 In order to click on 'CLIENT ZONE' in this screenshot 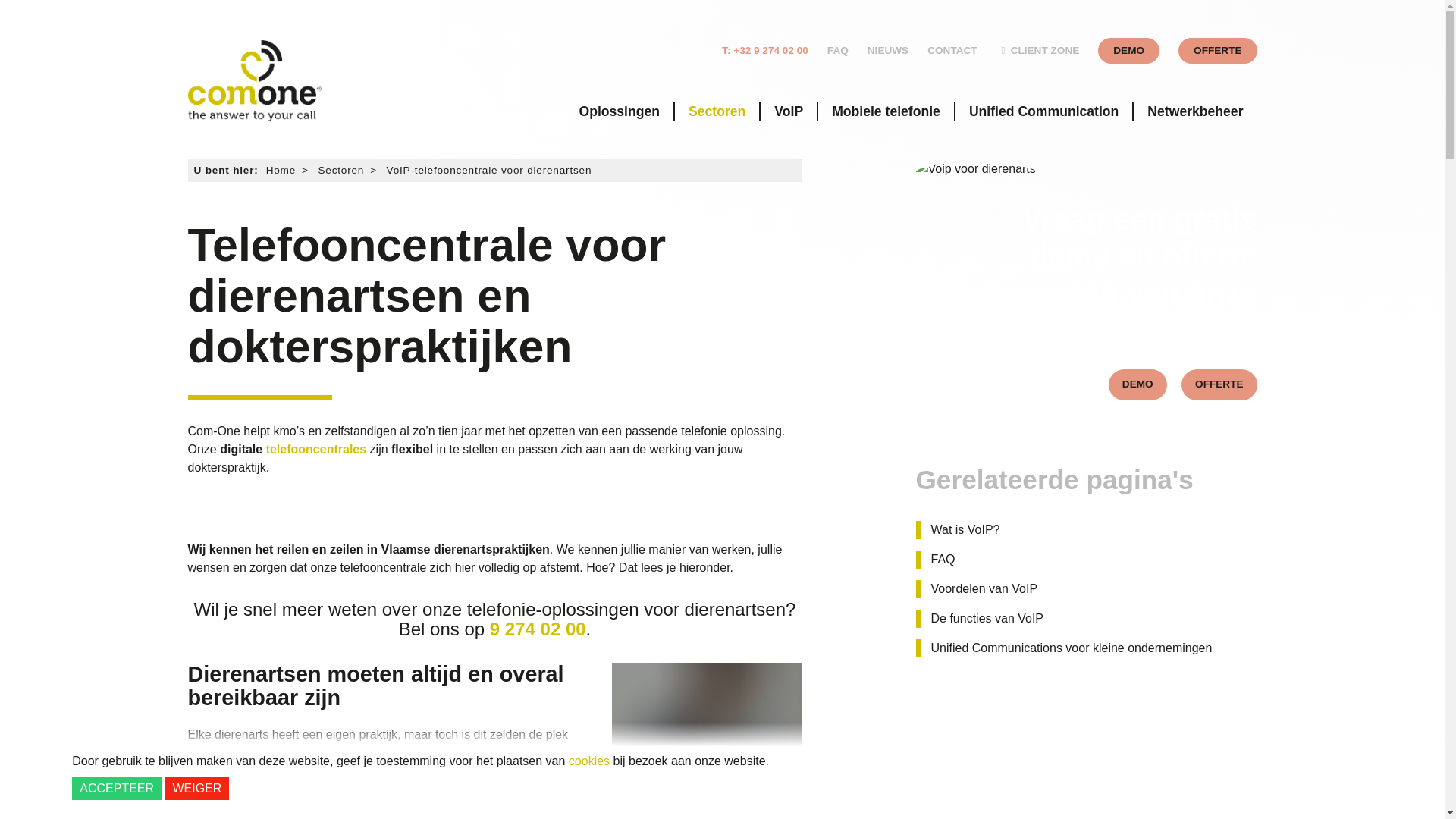, I will do `click(996, 49)`.